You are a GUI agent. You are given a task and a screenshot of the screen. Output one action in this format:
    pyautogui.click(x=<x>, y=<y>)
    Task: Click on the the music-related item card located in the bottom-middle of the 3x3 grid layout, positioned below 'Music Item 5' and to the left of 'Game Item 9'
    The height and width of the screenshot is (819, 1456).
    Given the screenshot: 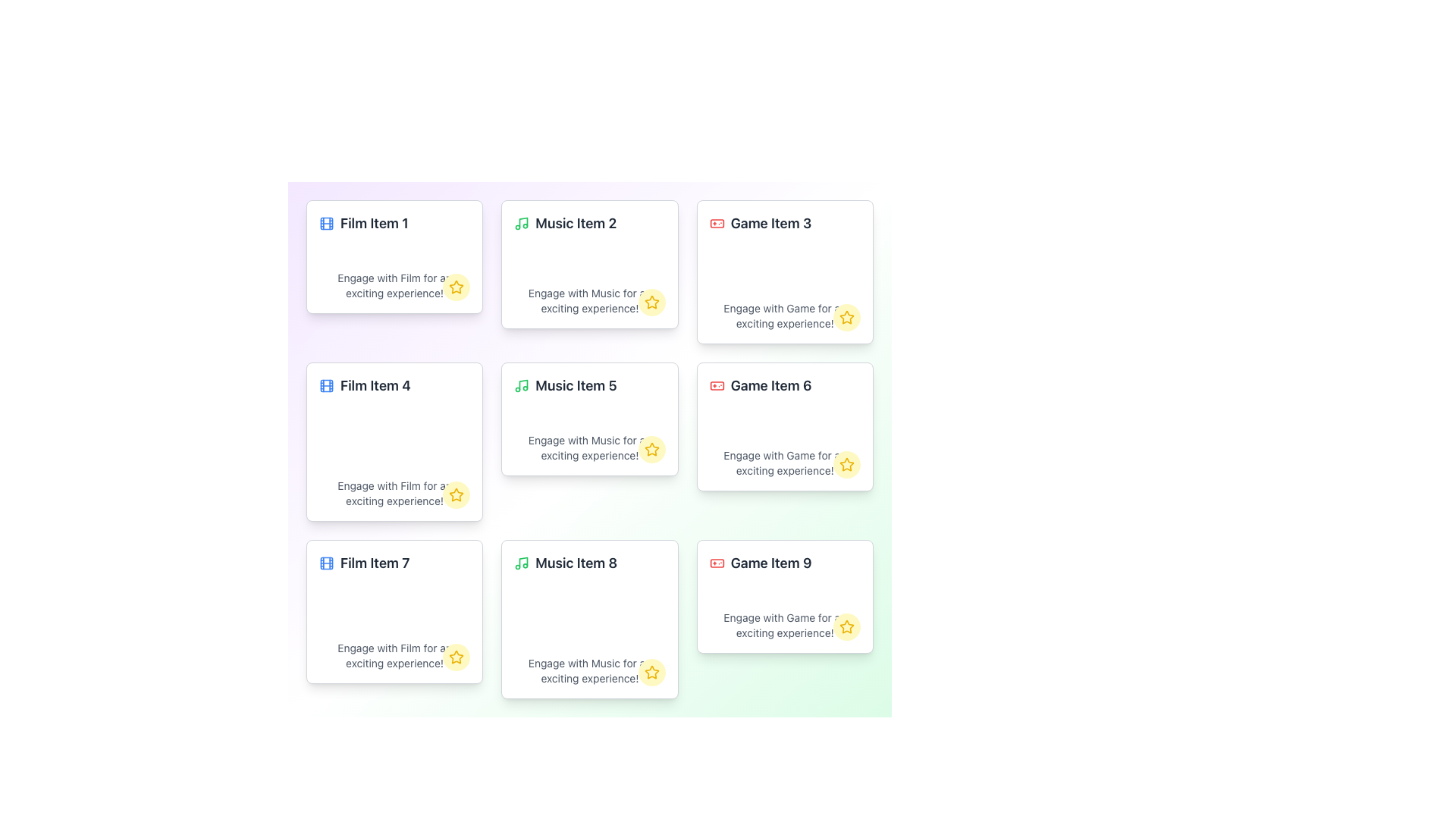 What is the action you would take?
    pyautogui.click(x=588, y=620)
    